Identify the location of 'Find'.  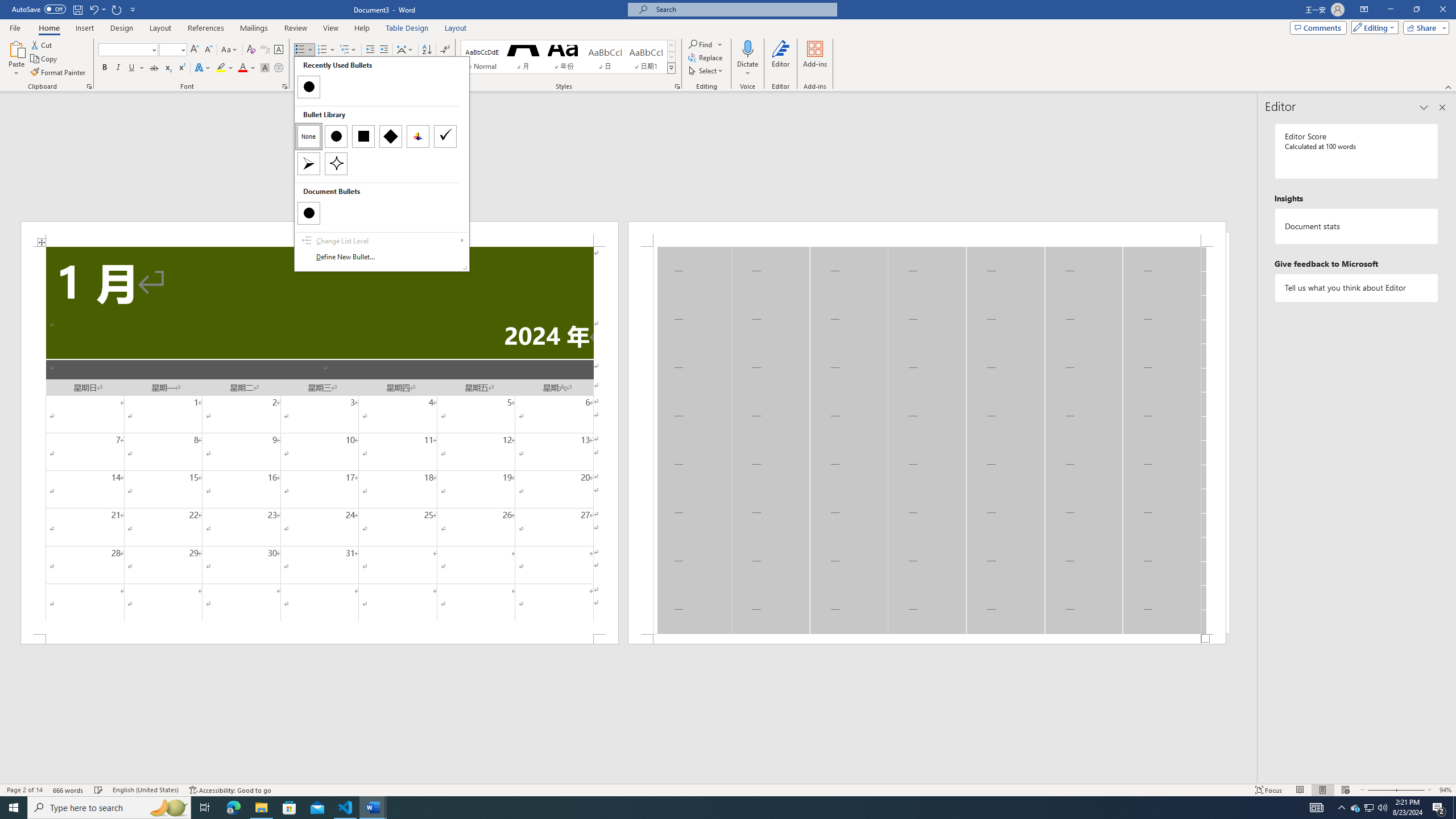
(705, 44).